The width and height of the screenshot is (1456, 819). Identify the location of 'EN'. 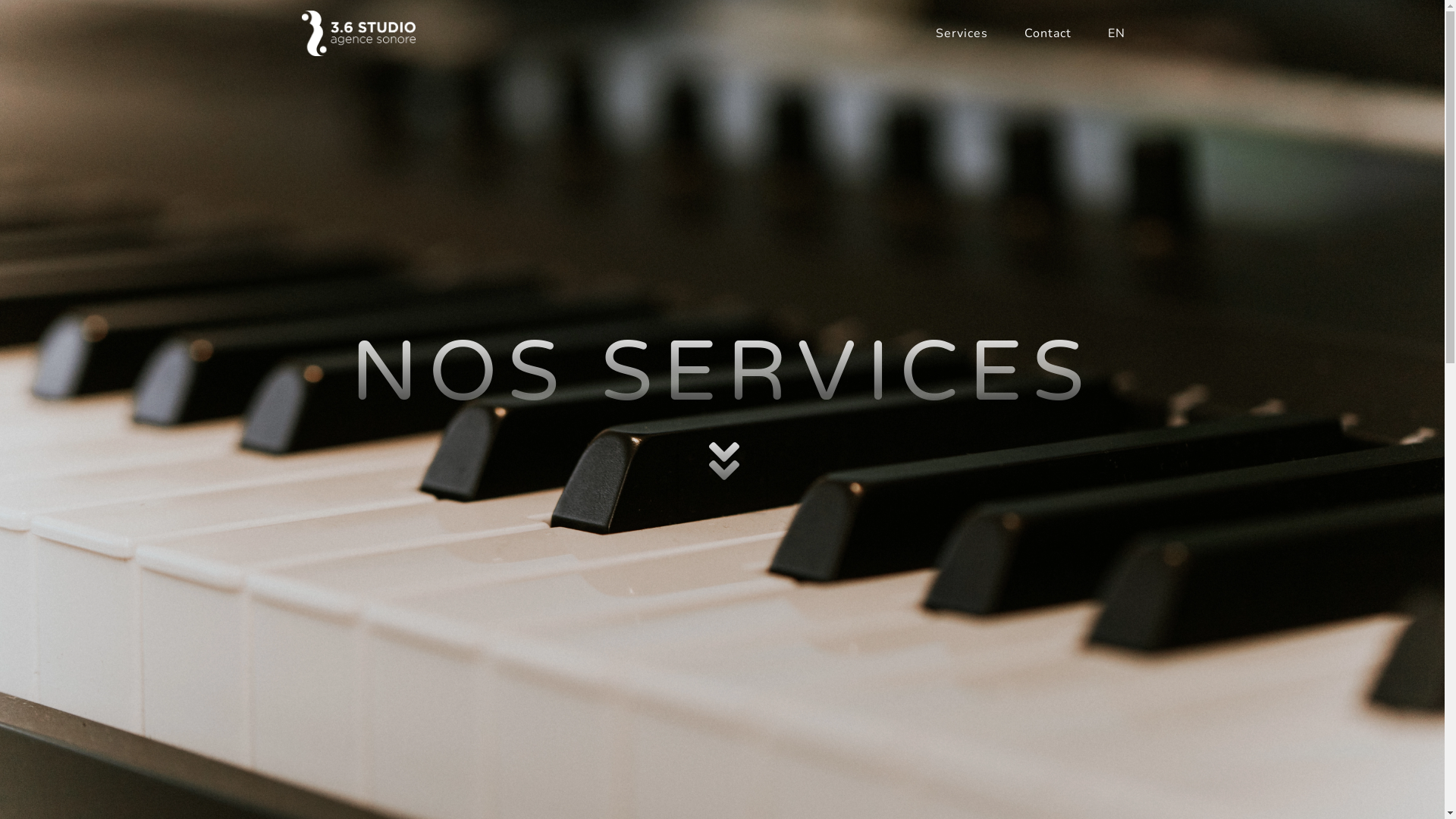
(1087, 33).